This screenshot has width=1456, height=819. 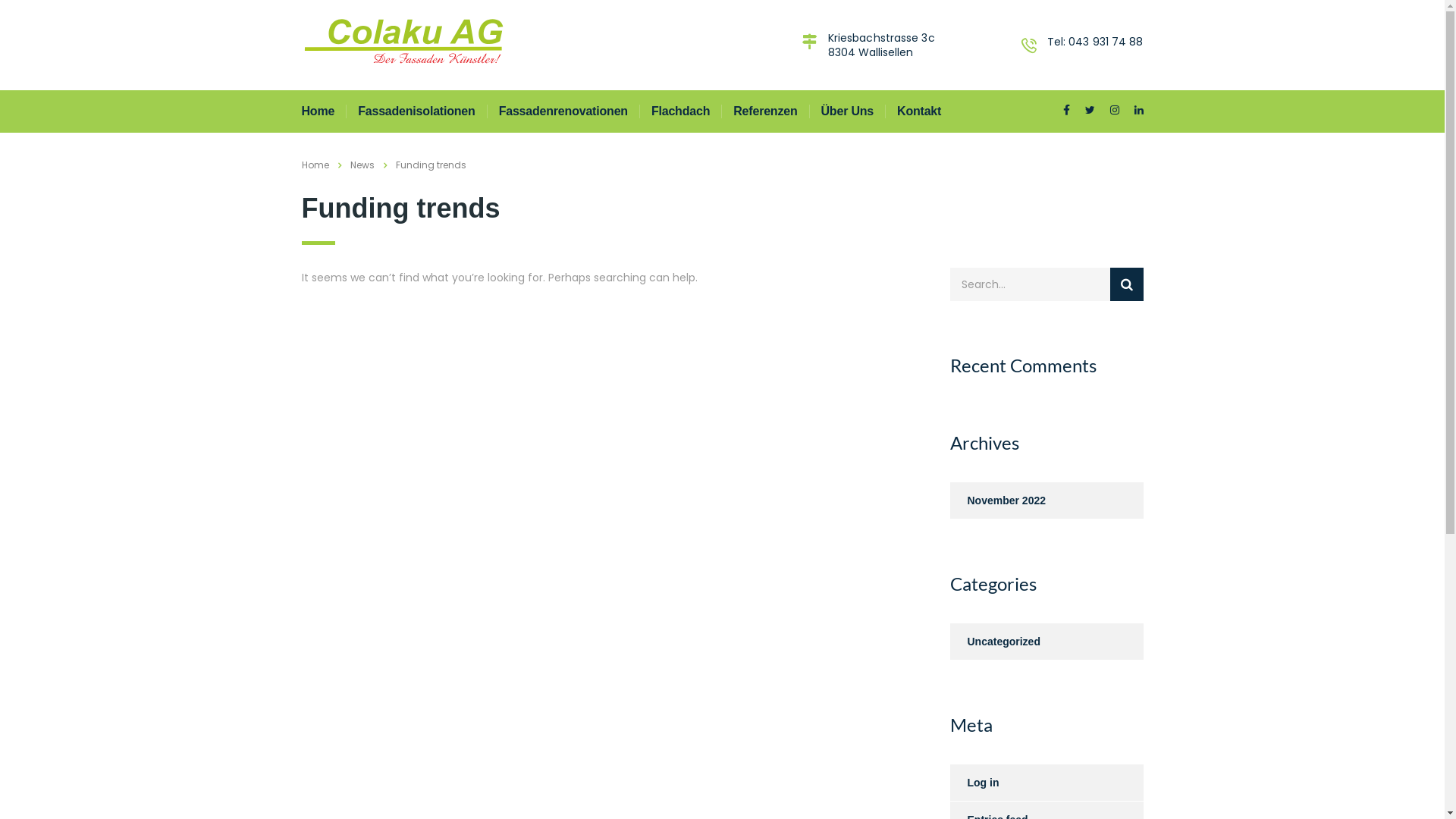 I want to click on 'Referenzen', so click(x=764, y=110).